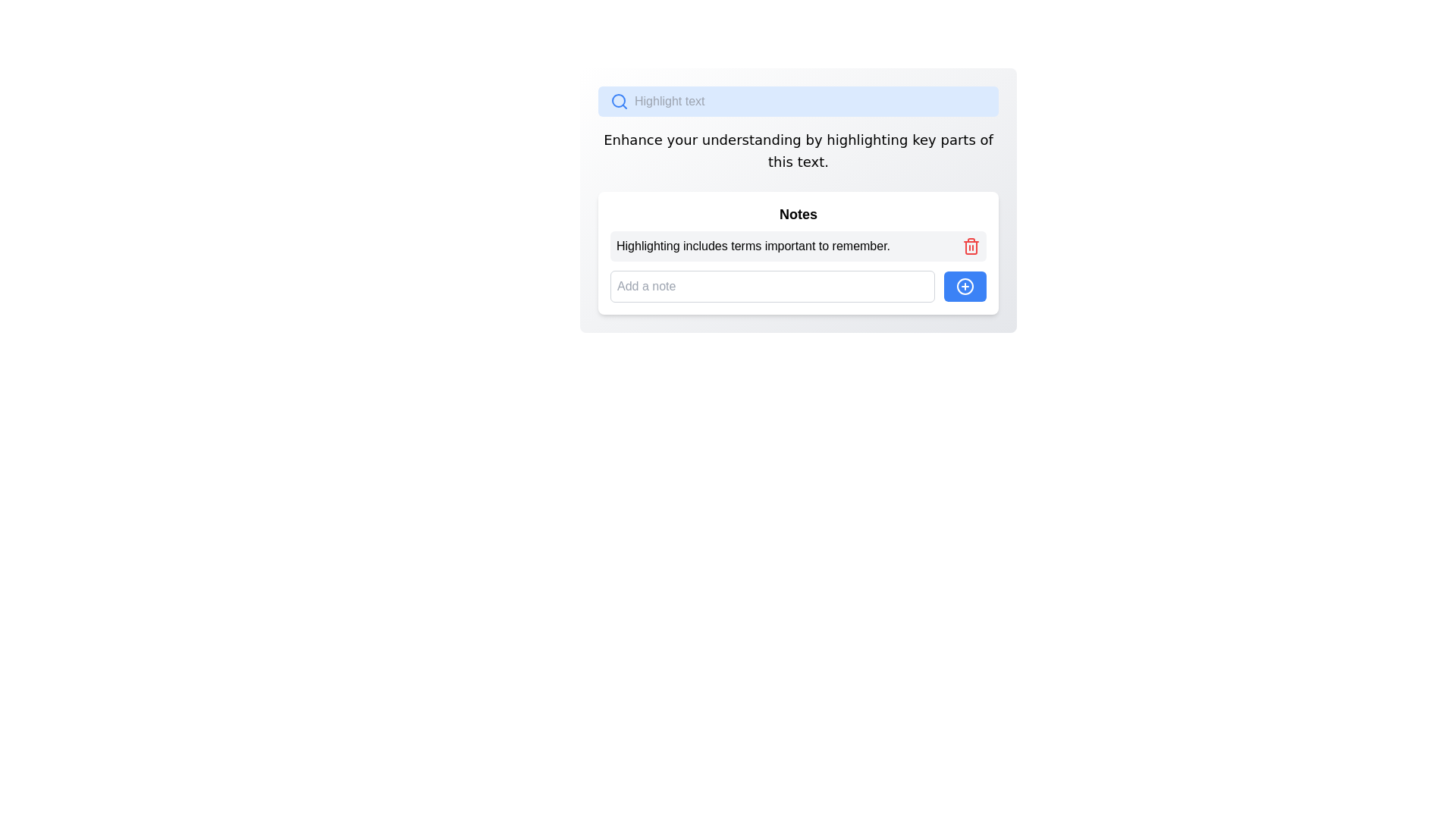 The height and width of the screenshot is (819, 1456). I want to click on the letter 's' in the word 'parts' within the sentence 'Enhance your understanding by highlighting key parts of this text.', so click(971, 140).